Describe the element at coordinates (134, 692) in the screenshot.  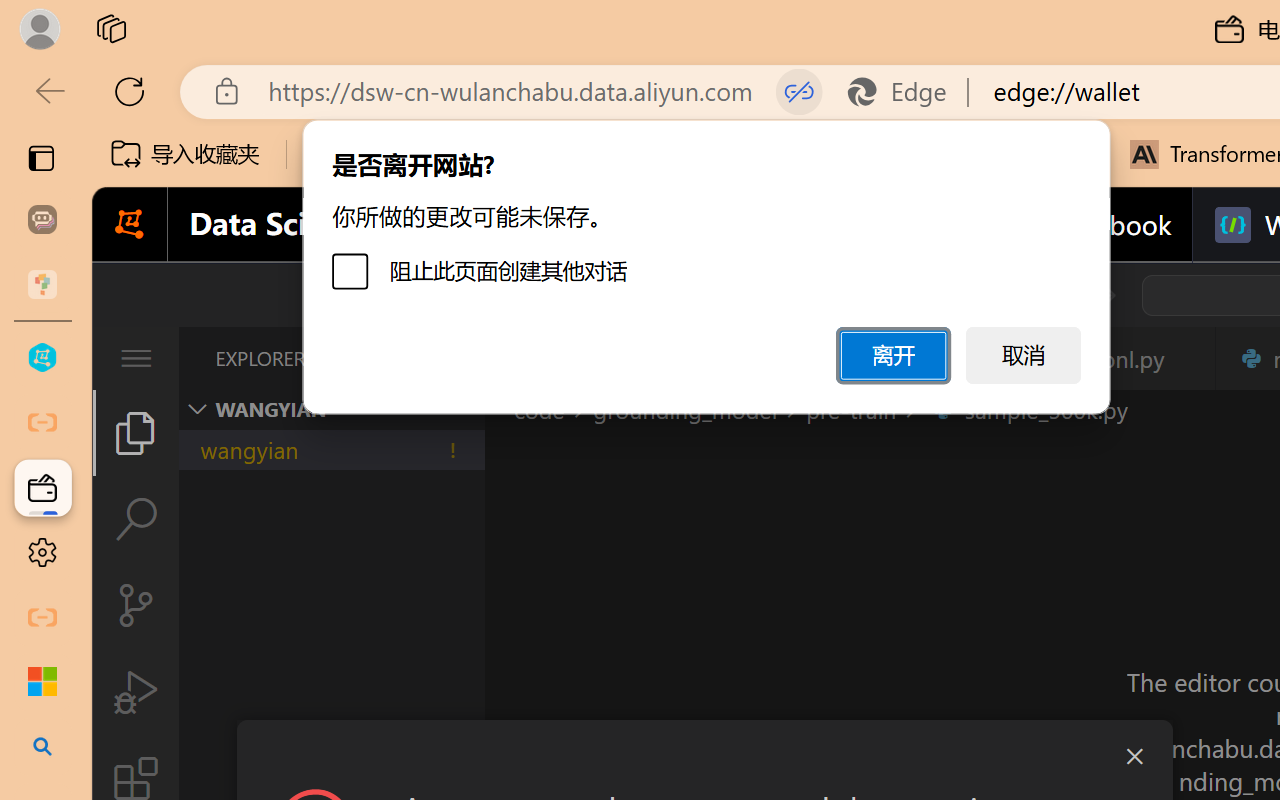
I see `'Run and Debug (Ctrl+Shift+D)'` at that location.